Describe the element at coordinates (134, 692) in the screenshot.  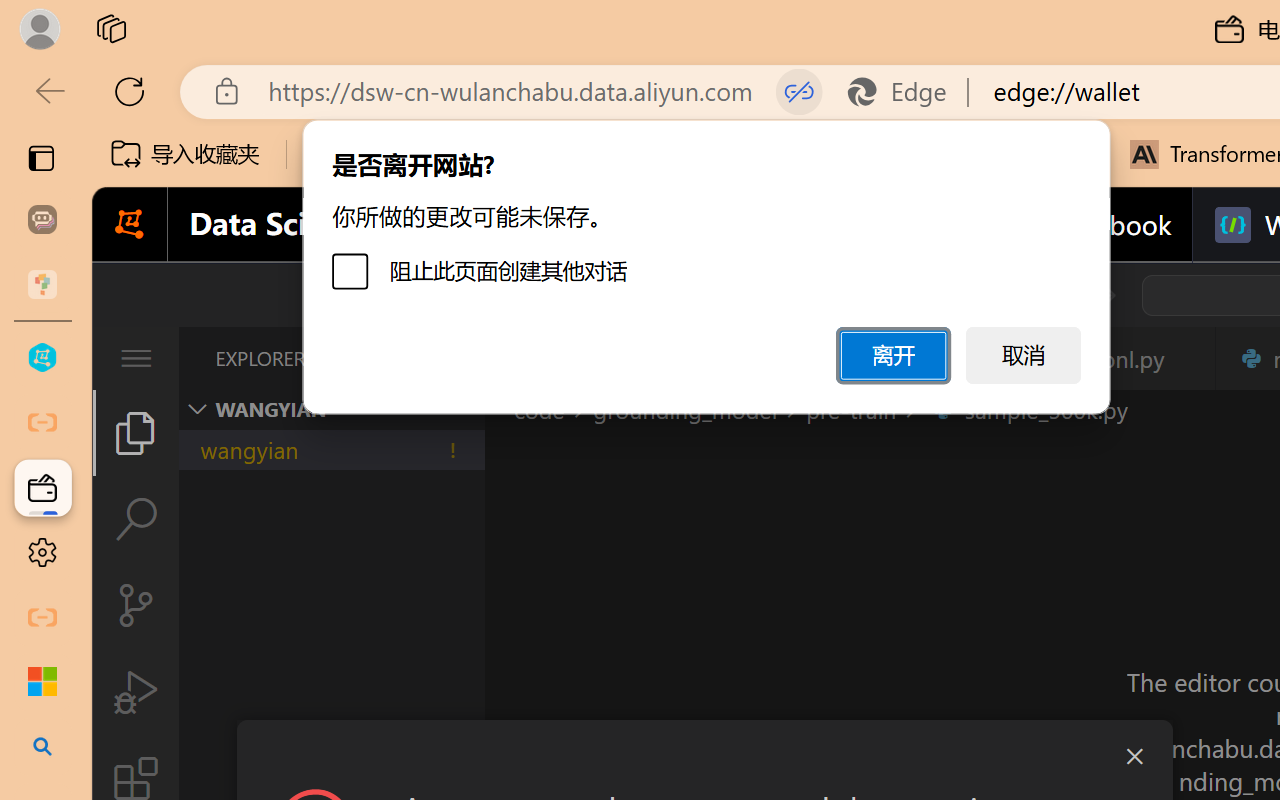
I see `'Run and Debug (Ctrl+Shift+D)'` at that location.